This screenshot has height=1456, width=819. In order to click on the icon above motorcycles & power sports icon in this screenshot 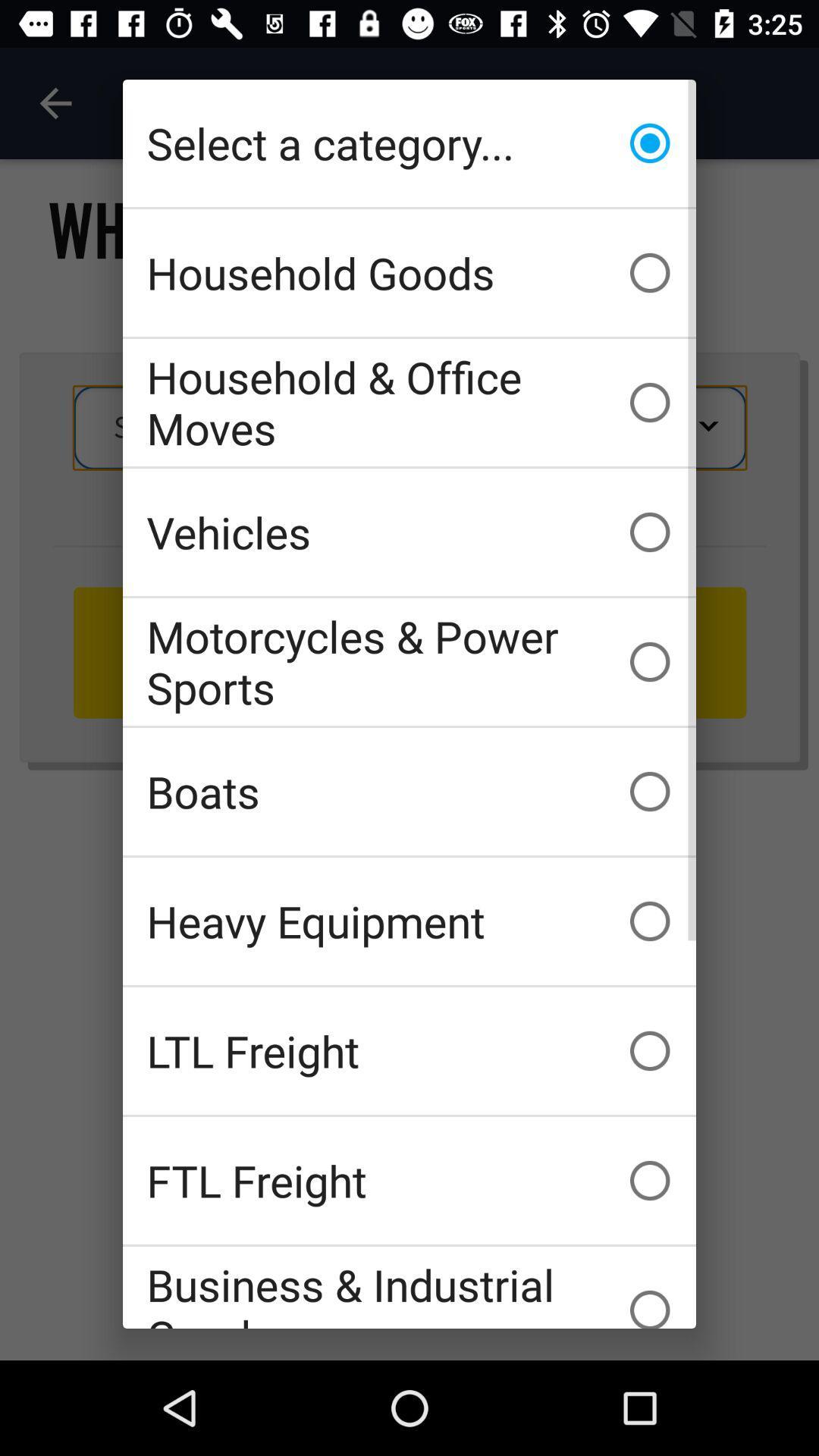, I will do `click(409, 532)`.